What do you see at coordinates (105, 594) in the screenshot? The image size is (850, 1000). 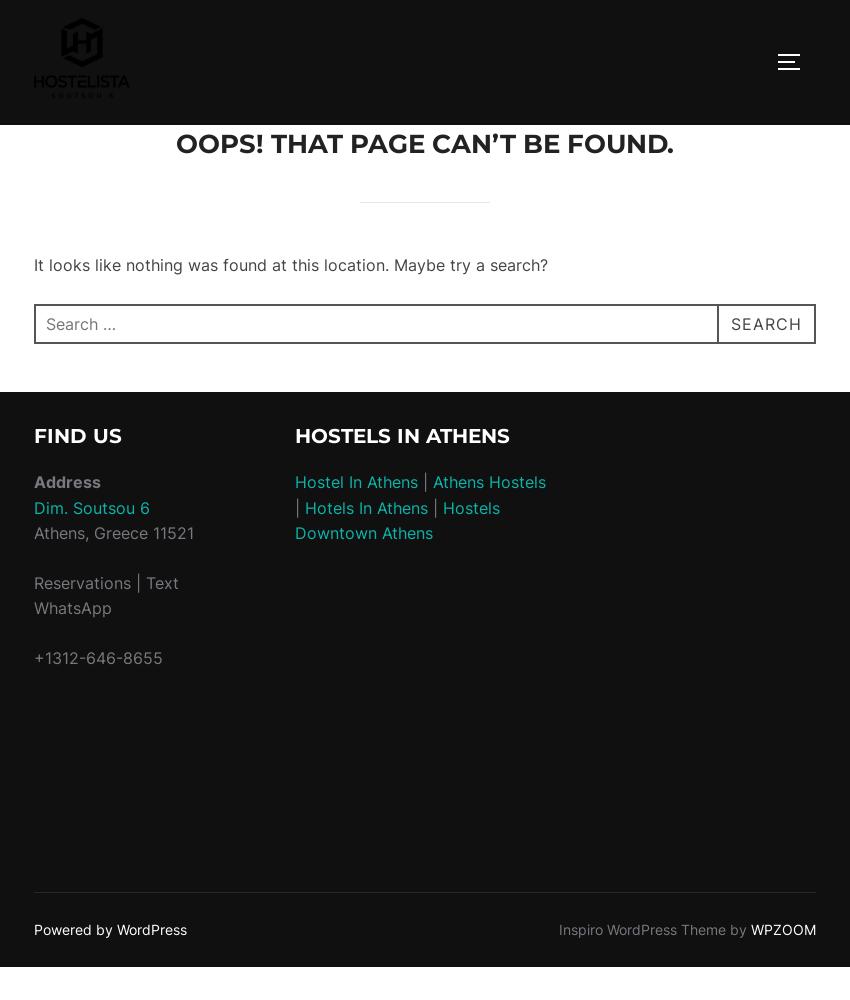 I see `'Reservations | Text WhatsApp'` at bounding box center [105, 594].